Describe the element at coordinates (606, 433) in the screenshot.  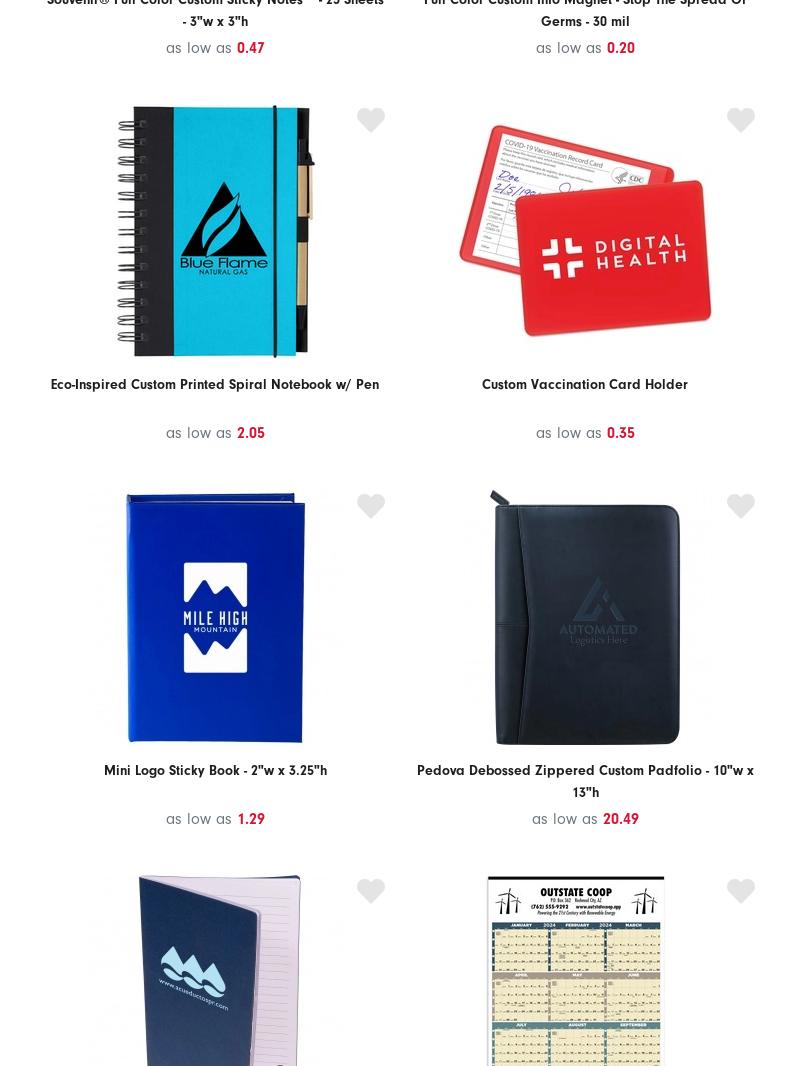
I see `'0.35'` at that location.